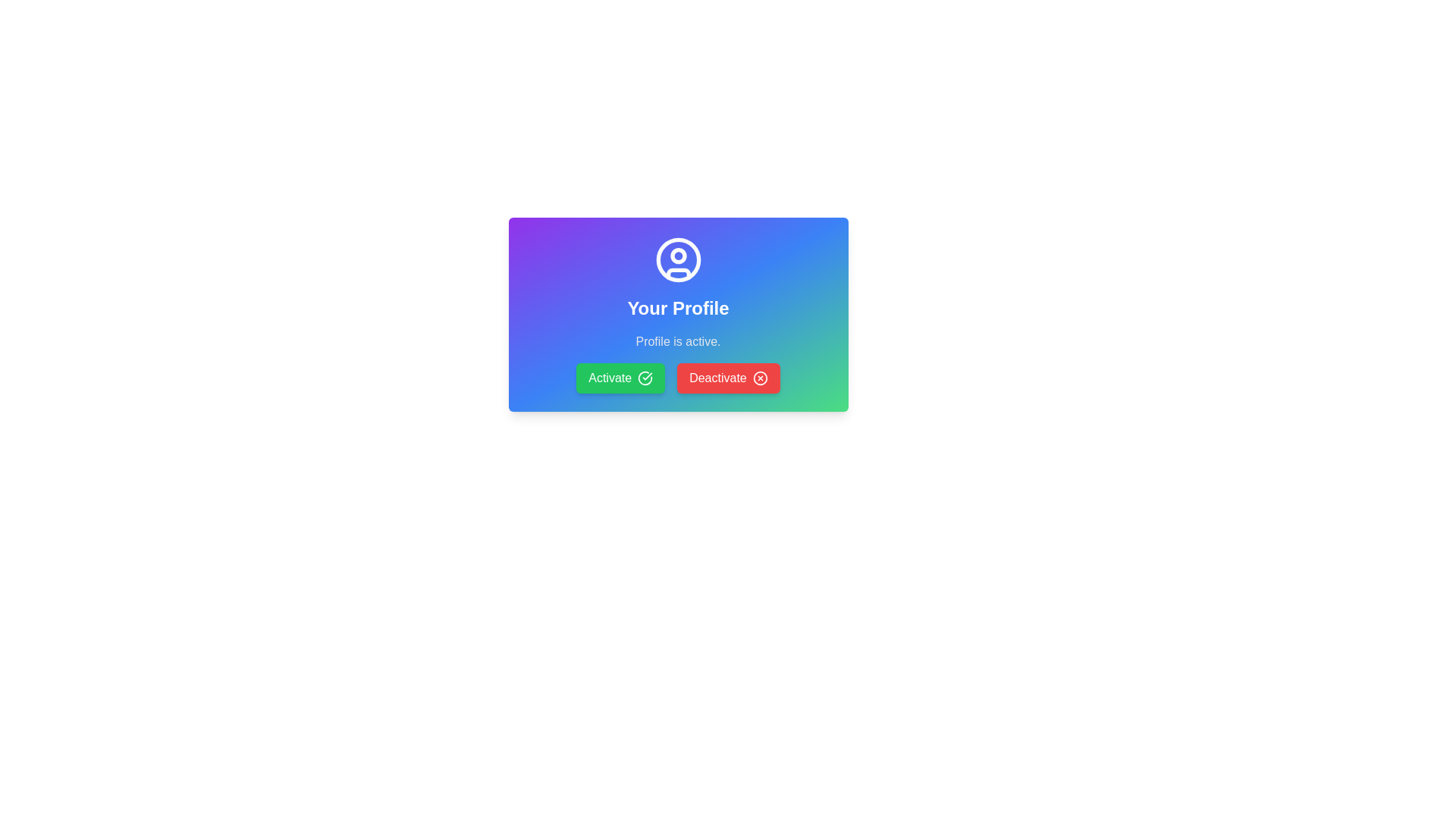 The image size is (1456, 819). I want to click on the second button in the horizontally arranged group of buttons, which is used, so click(728, 377).